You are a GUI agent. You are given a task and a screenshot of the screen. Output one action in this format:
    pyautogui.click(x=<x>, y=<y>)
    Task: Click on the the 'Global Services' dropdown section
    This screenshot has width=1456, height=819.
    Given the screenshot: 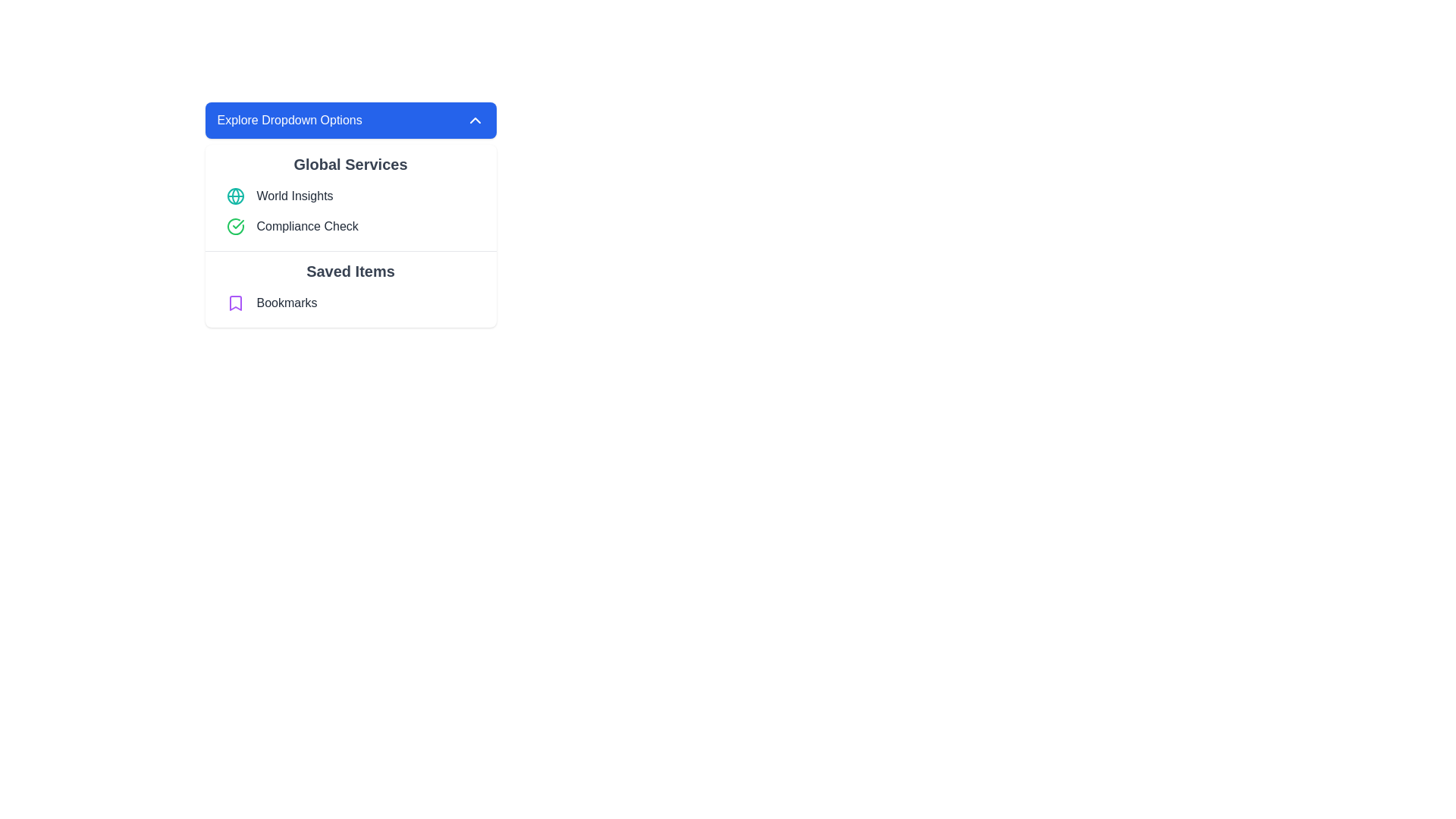 What is the action you would take?
    pyautogui.click(x=350, y=236)
    